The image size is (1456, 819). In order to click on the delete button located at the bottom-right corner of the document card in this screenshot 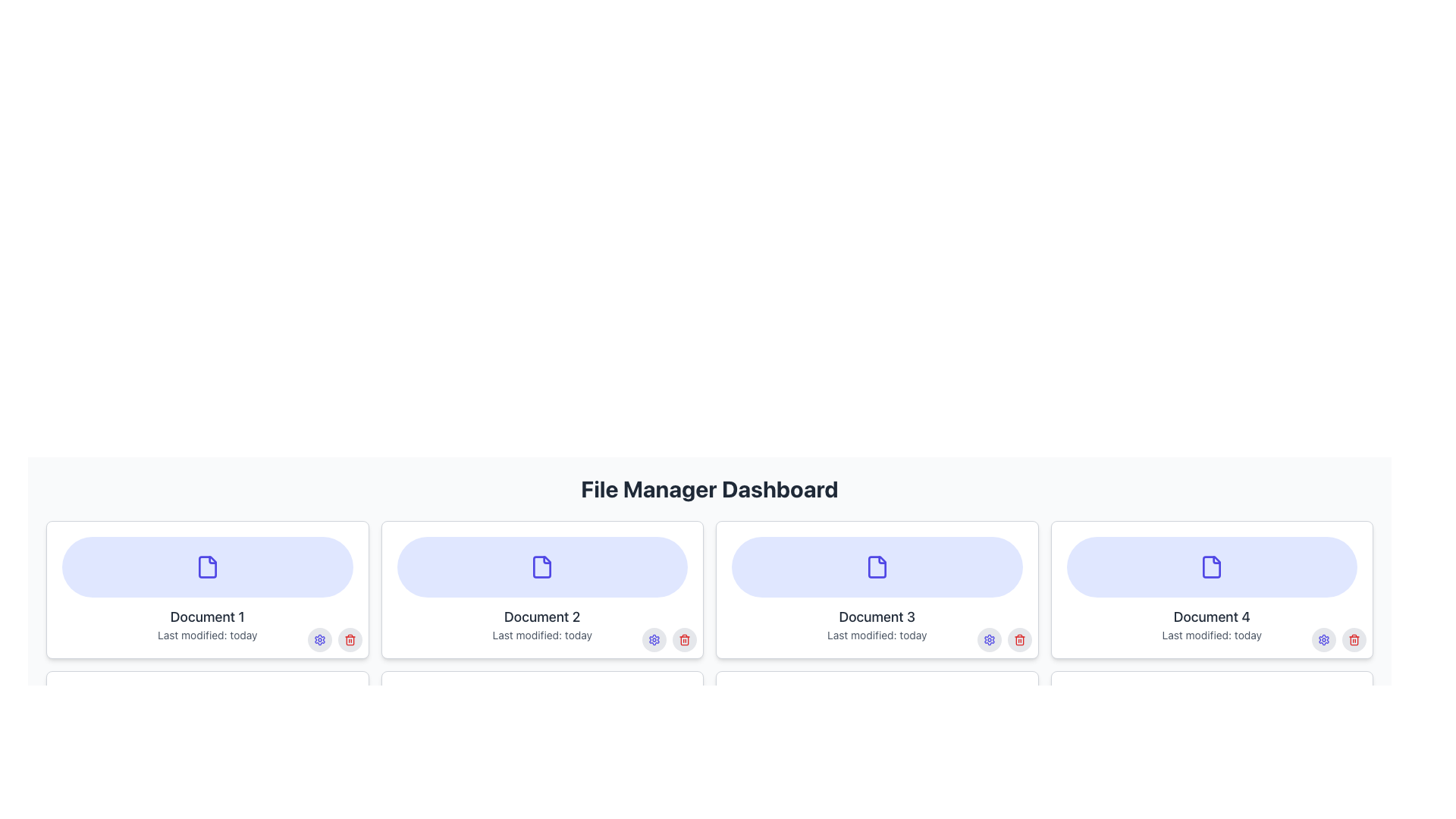, I will do `click(349, 789)`.